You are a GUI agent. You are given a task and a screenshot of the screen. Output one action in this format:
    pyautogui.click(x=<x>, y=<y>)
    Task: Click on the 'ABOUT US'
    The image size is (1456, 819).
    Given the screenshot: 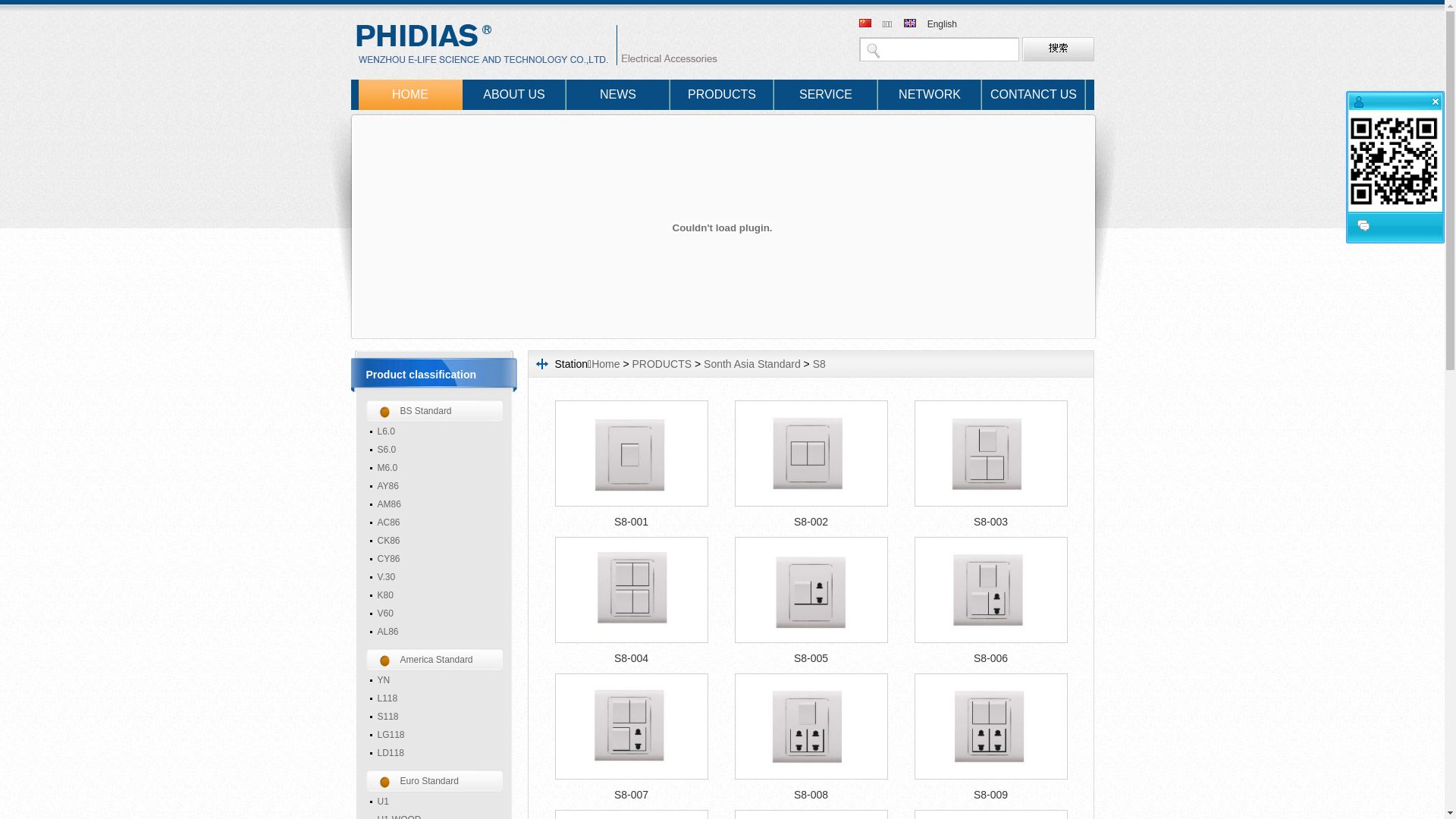 What is the action you would take?
    pyautogui.click(x=514, y=94)
    